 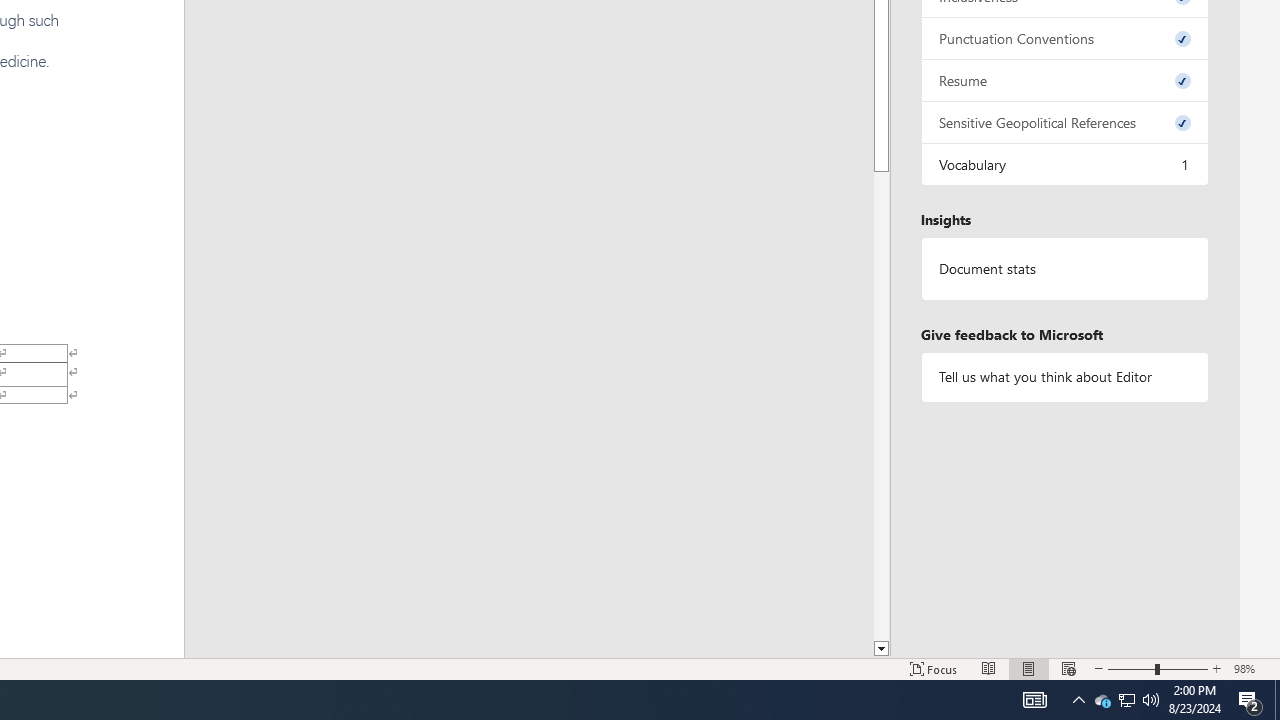 What do you see at coordinates (1063, 268) in the screenshot?
I see `'Document statistics'` at bounding box center [1063, 268].